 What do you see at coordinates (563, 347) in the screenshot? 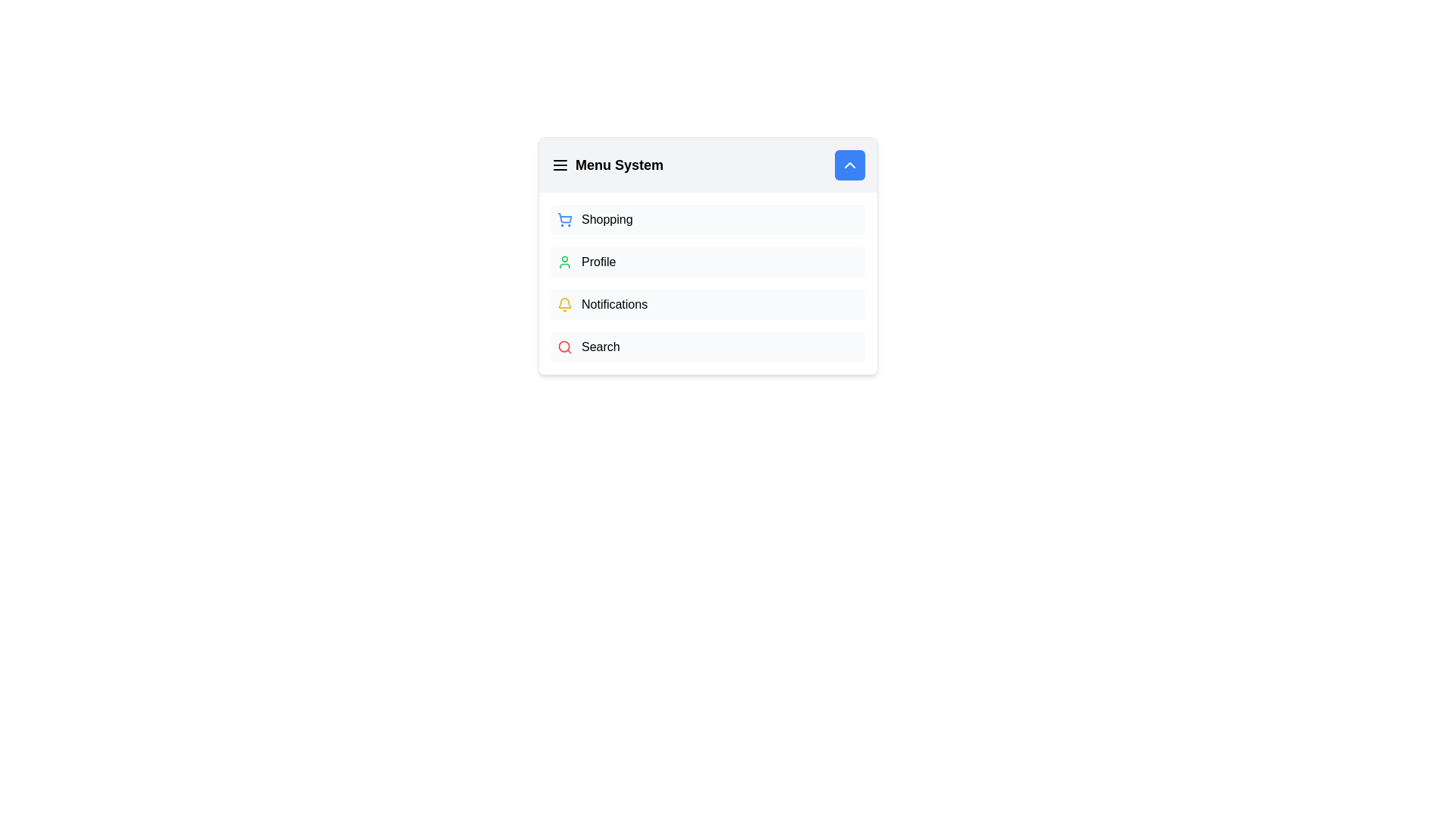
I see `the Decorative UI element (circle) that is part of the 'Search' icon located in the lower section of the menu, slightly to the left of the 'Search' label text` at bounding box center [563, 347].